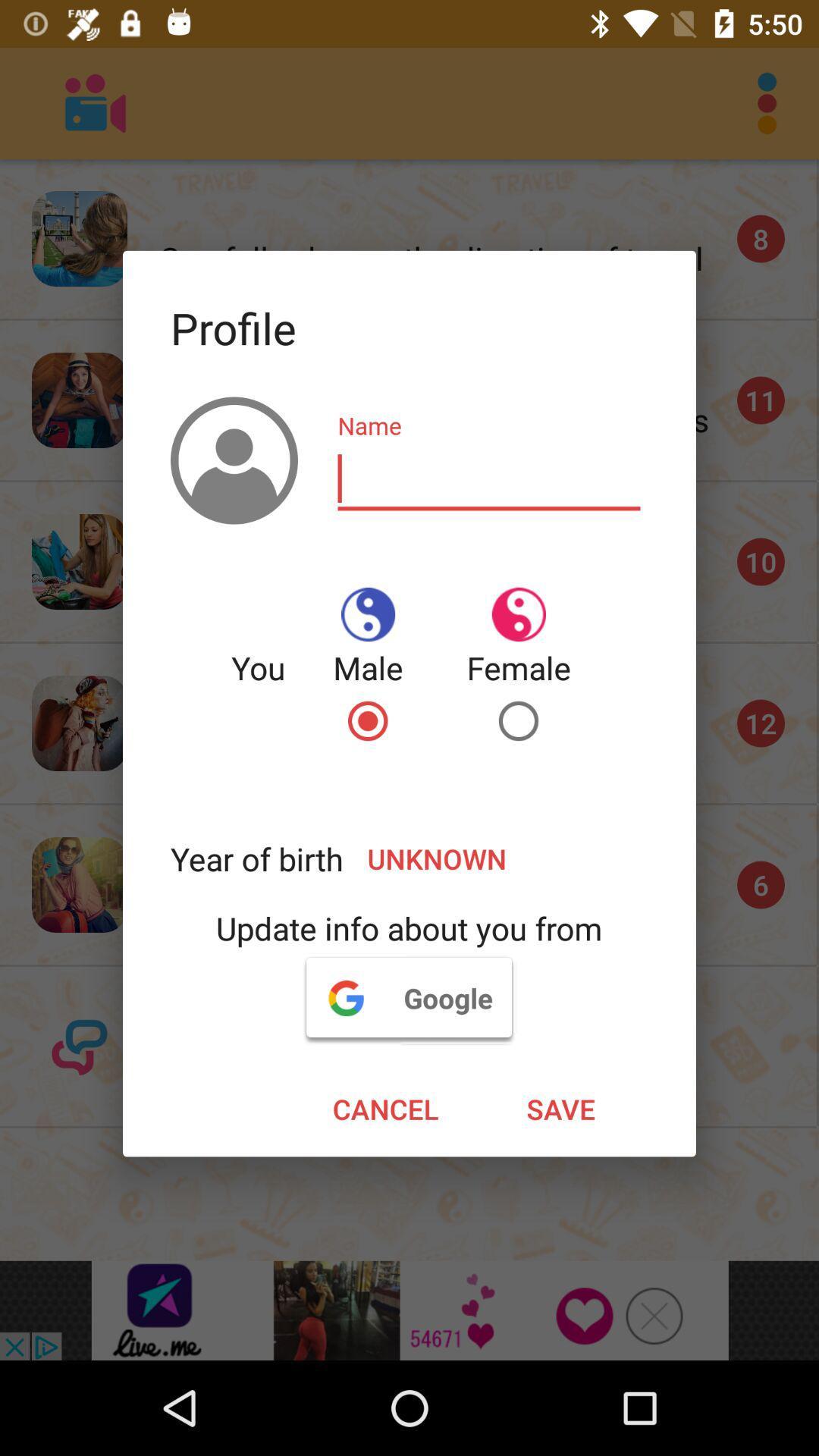  I want to click on the item below profile icon, so click(488, 479).